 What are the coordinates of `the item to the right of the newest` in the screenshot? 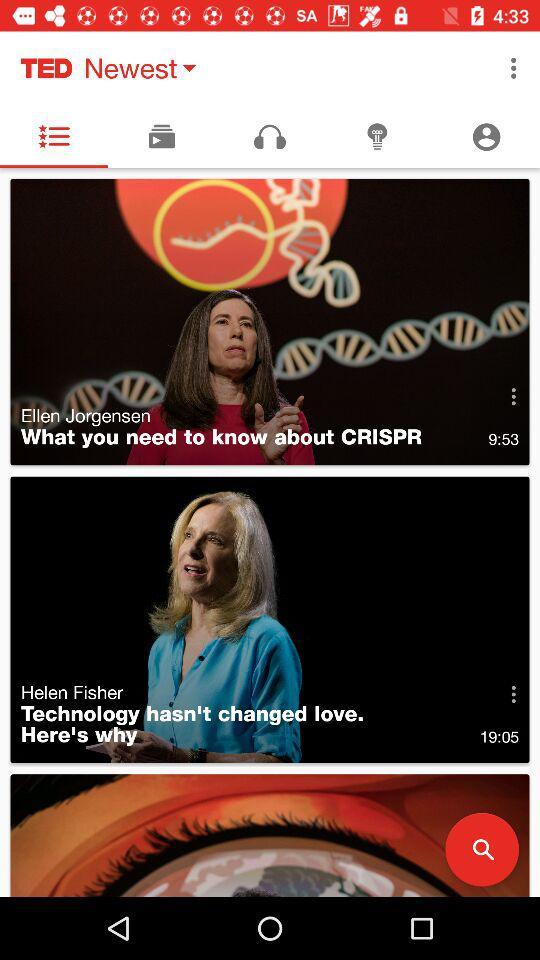 It's located at (513, 68).